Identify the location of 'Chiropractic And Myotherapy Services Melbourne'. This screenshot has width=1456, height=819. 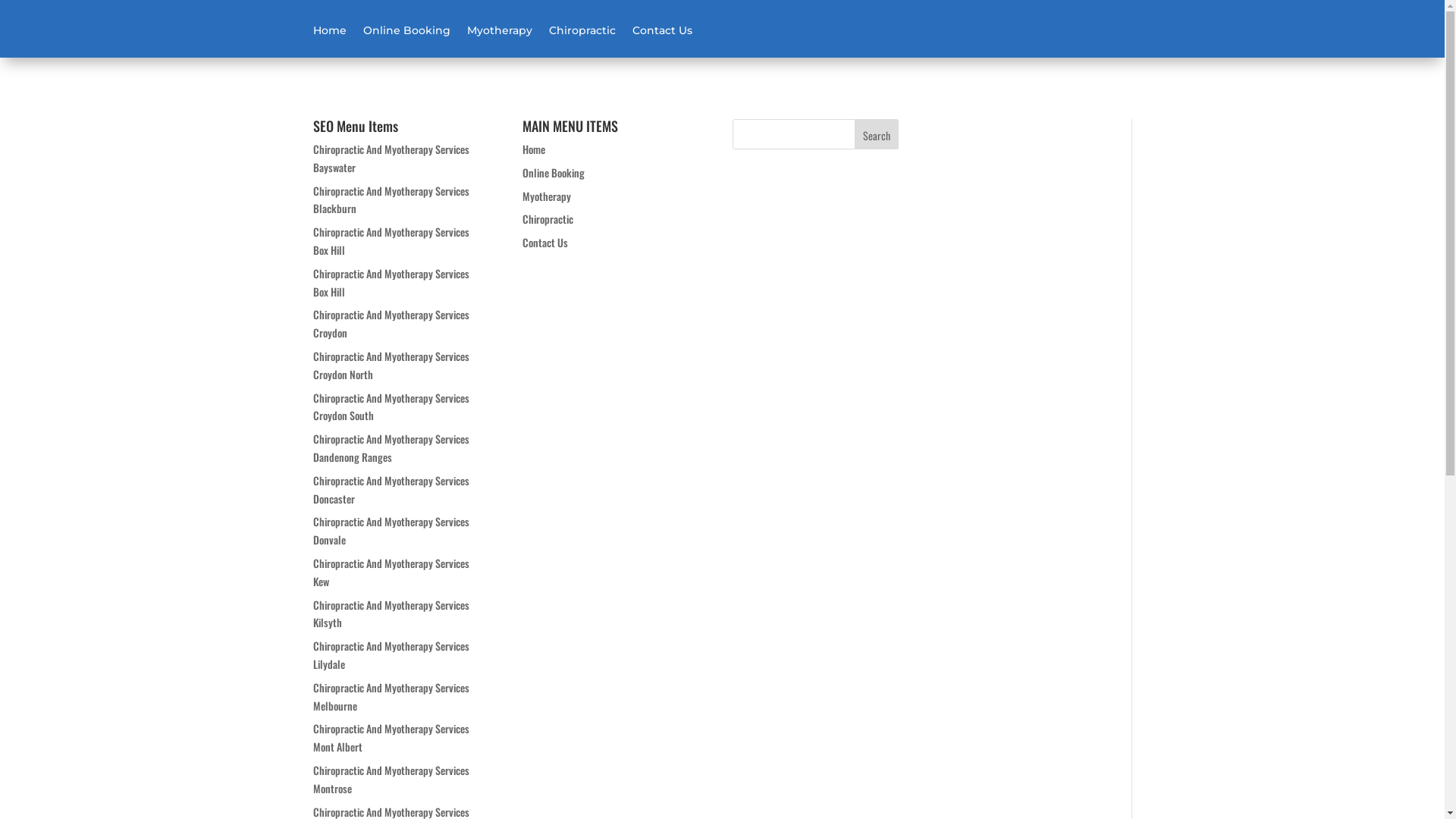
(390, 696).